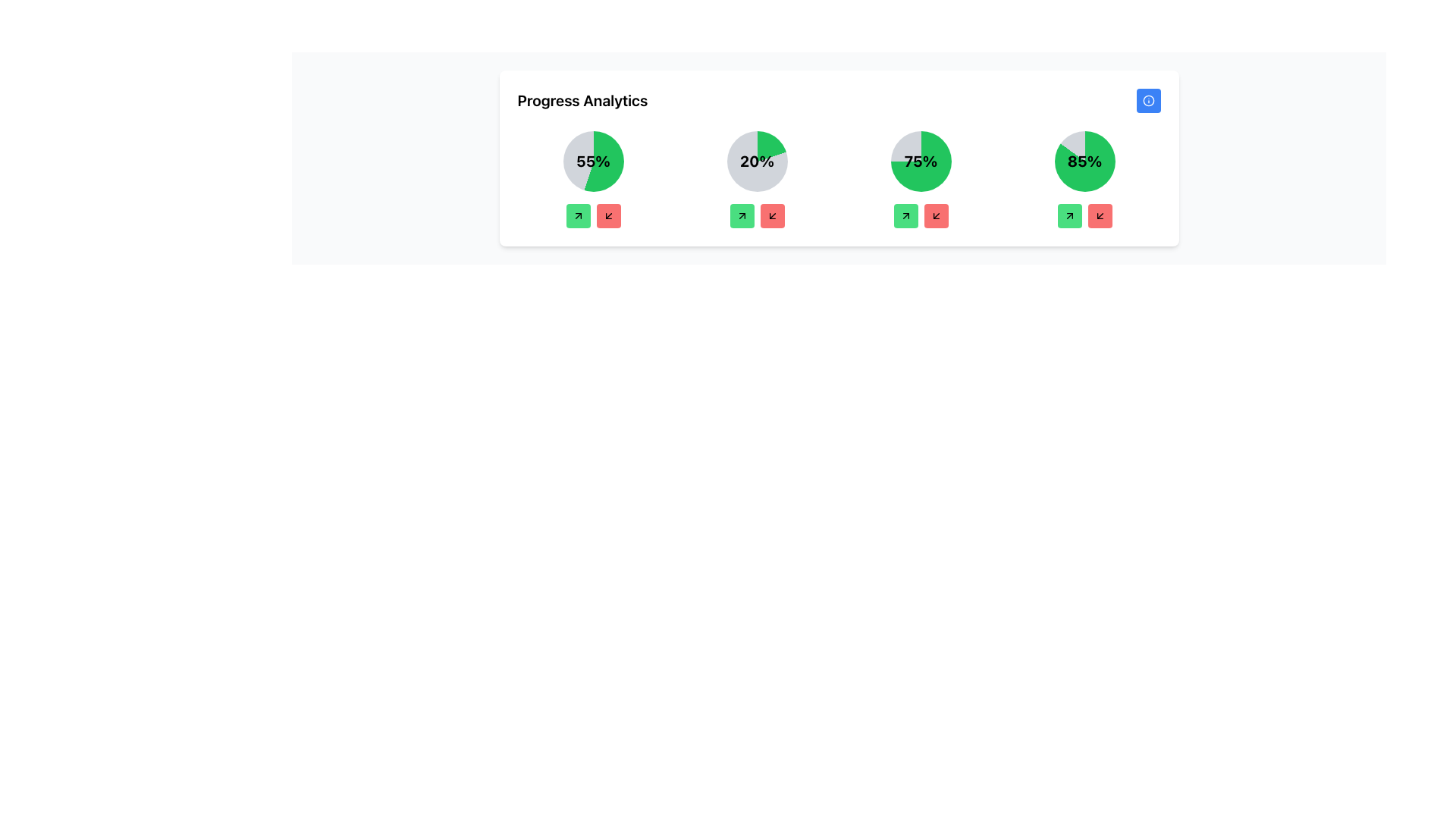 The height and width of the screenshot is (819, 1456). Describe the element at coordinates (920, 161) in the screenshot. I see `the value displayed within the circular progress indicator showing 75% completion, which is positioned between the 20% and 85% indicators` at that location.